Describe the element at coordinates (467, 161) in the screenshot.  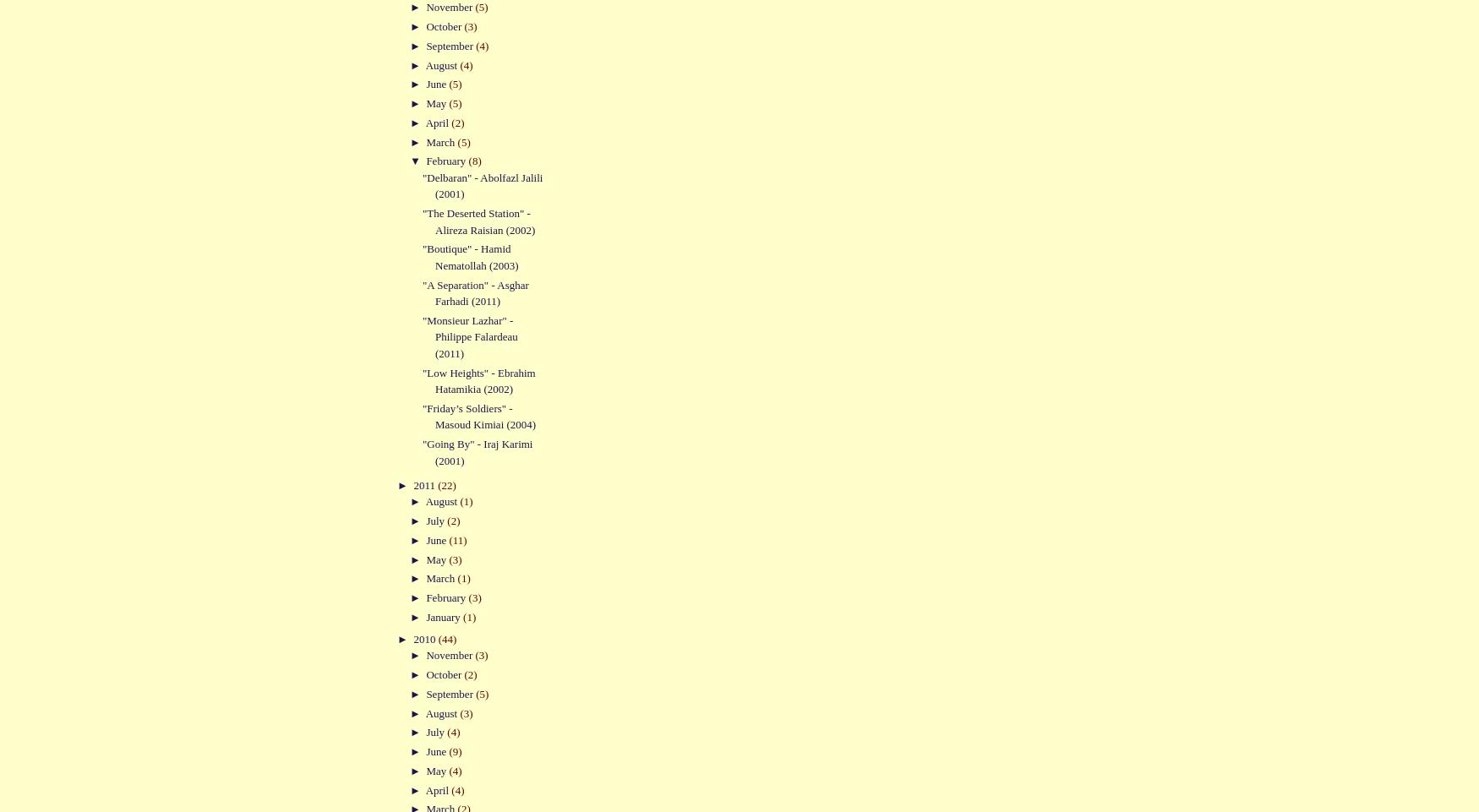
I see `'(8)'` at that location.